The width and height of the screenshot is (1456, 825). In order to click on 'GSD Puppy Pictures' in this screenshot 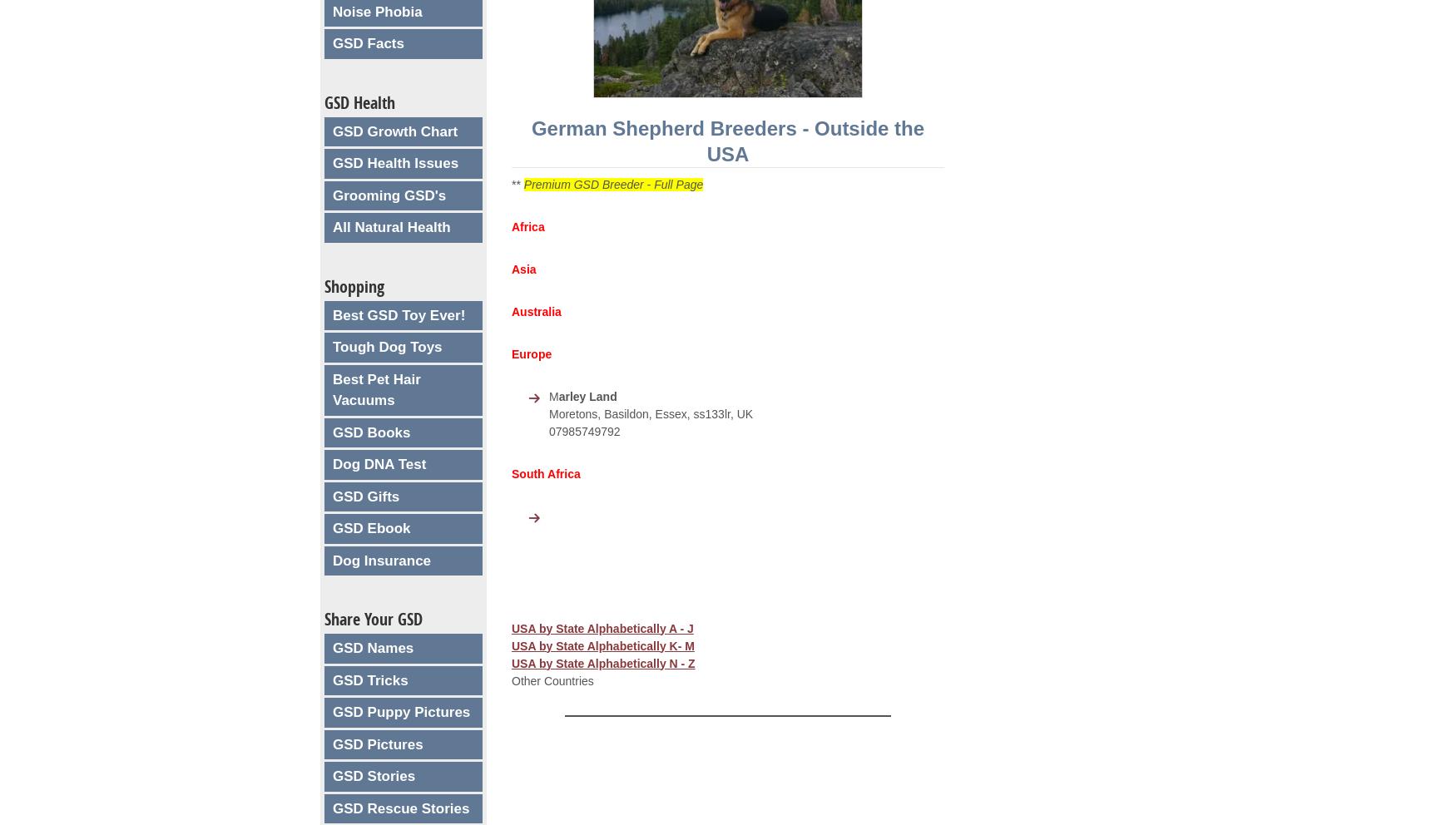, I will do `click(332, 711)`.